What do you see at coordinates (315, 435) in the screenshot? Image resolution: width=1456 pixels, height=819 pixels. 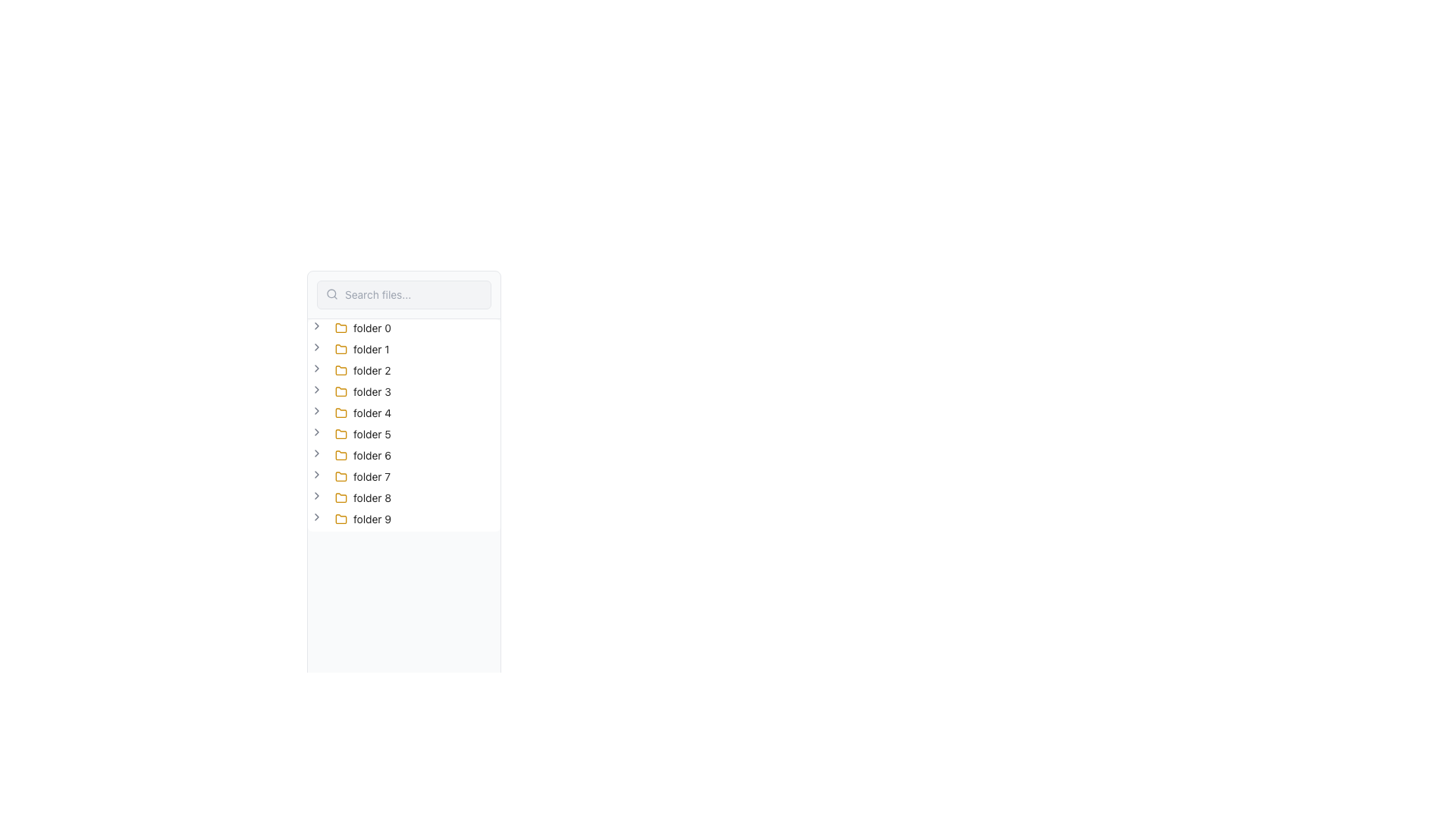 I see `the toggle button located before the label 'folder 5'` at bounding box center [315, 435].